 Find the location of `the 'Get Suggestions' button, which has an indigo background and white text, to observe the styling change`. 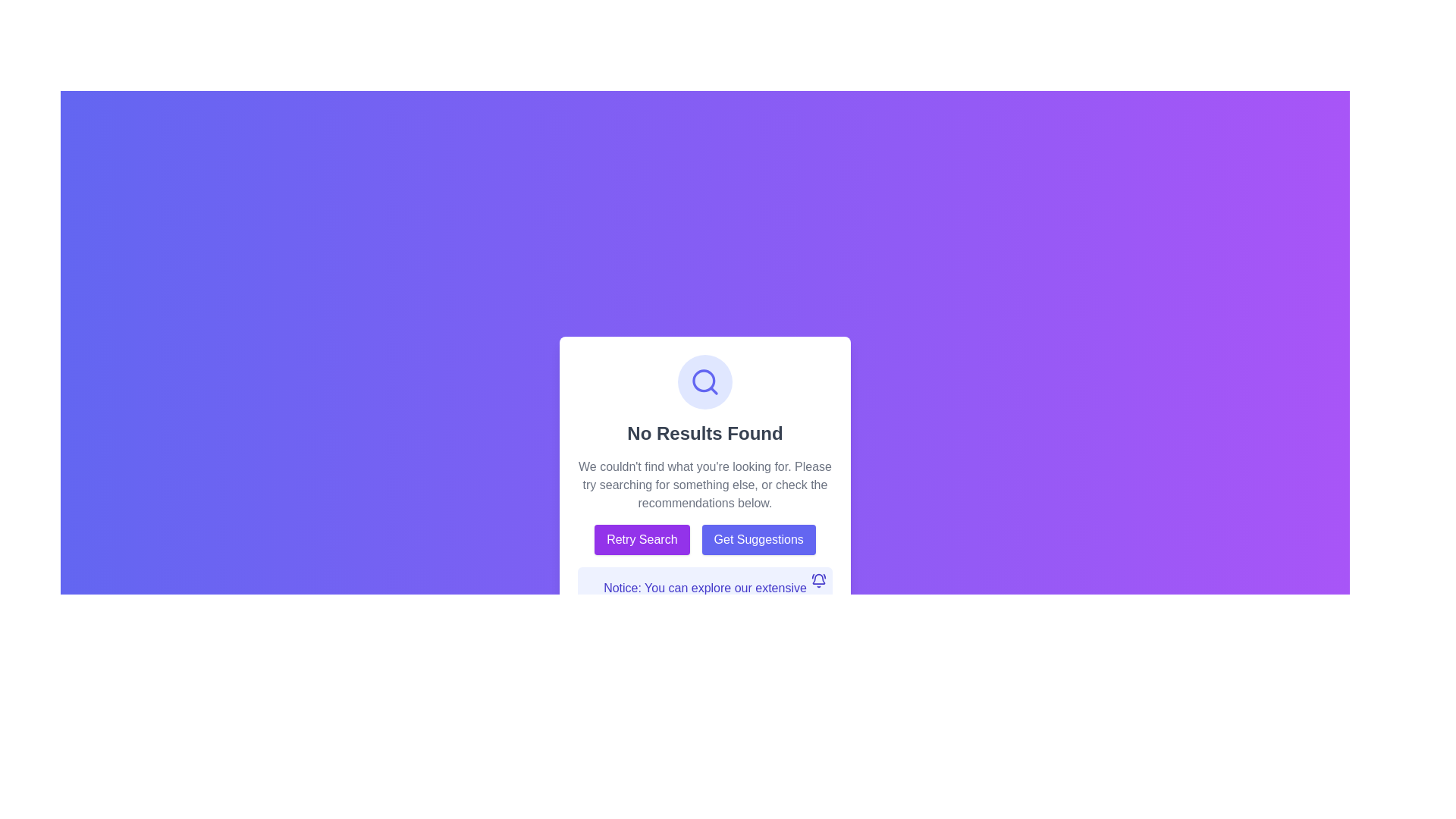

the 'Get Suggestions' button, which has an indigo background and white text, to observe the styling change is located at coordinates (758, 539).